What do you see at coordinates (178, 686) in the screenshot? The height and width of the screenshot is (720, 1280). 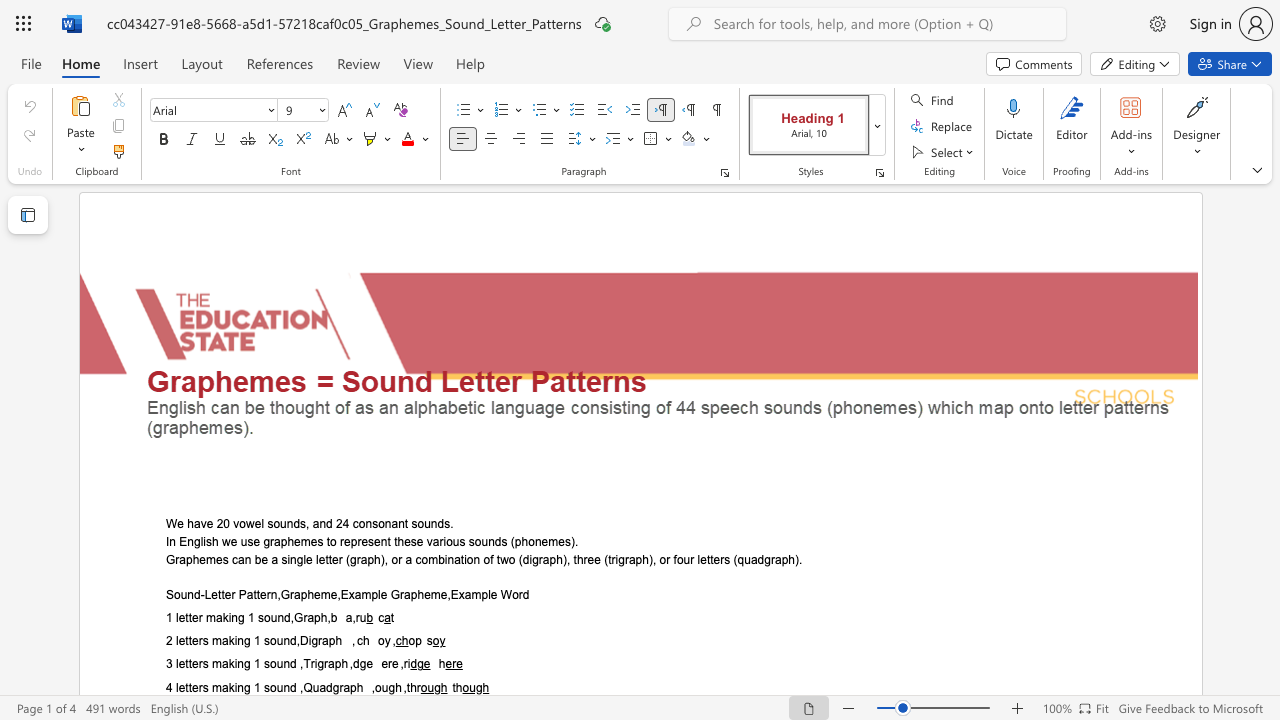 I see `the subset text "etters making 1 sound  ,Q" within the text "4 letters making 1 sound  ,Quadgraph     ,ough ,thr"` at bounding box center [178, 686].